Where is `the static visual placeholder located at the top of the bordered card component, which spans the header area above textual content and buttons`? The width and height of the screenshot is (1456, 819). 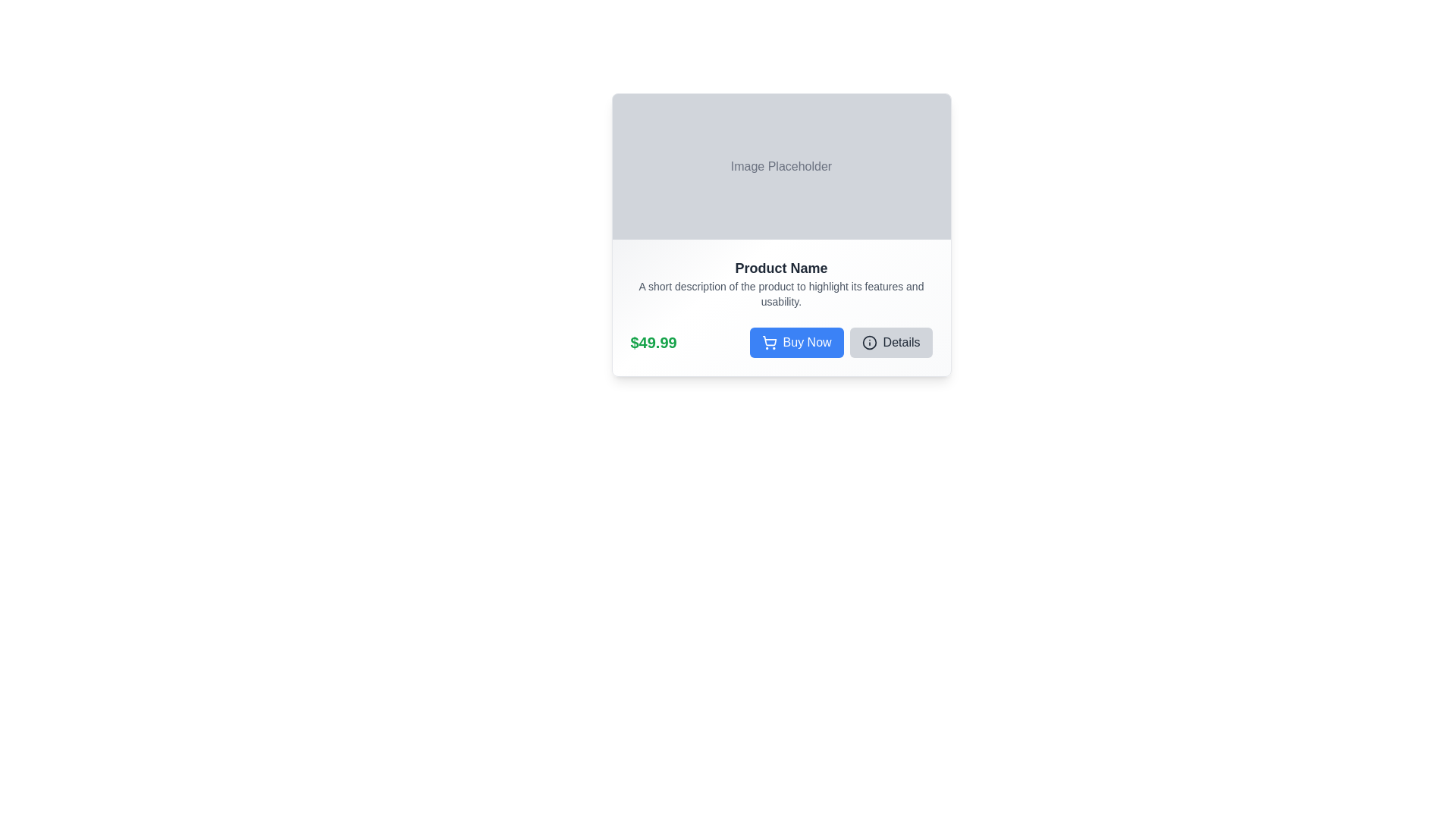
the static visual placeholder located at the top of the bordered card component, which spans the header area above textual content and buttons is located at coordinates (781, 166).